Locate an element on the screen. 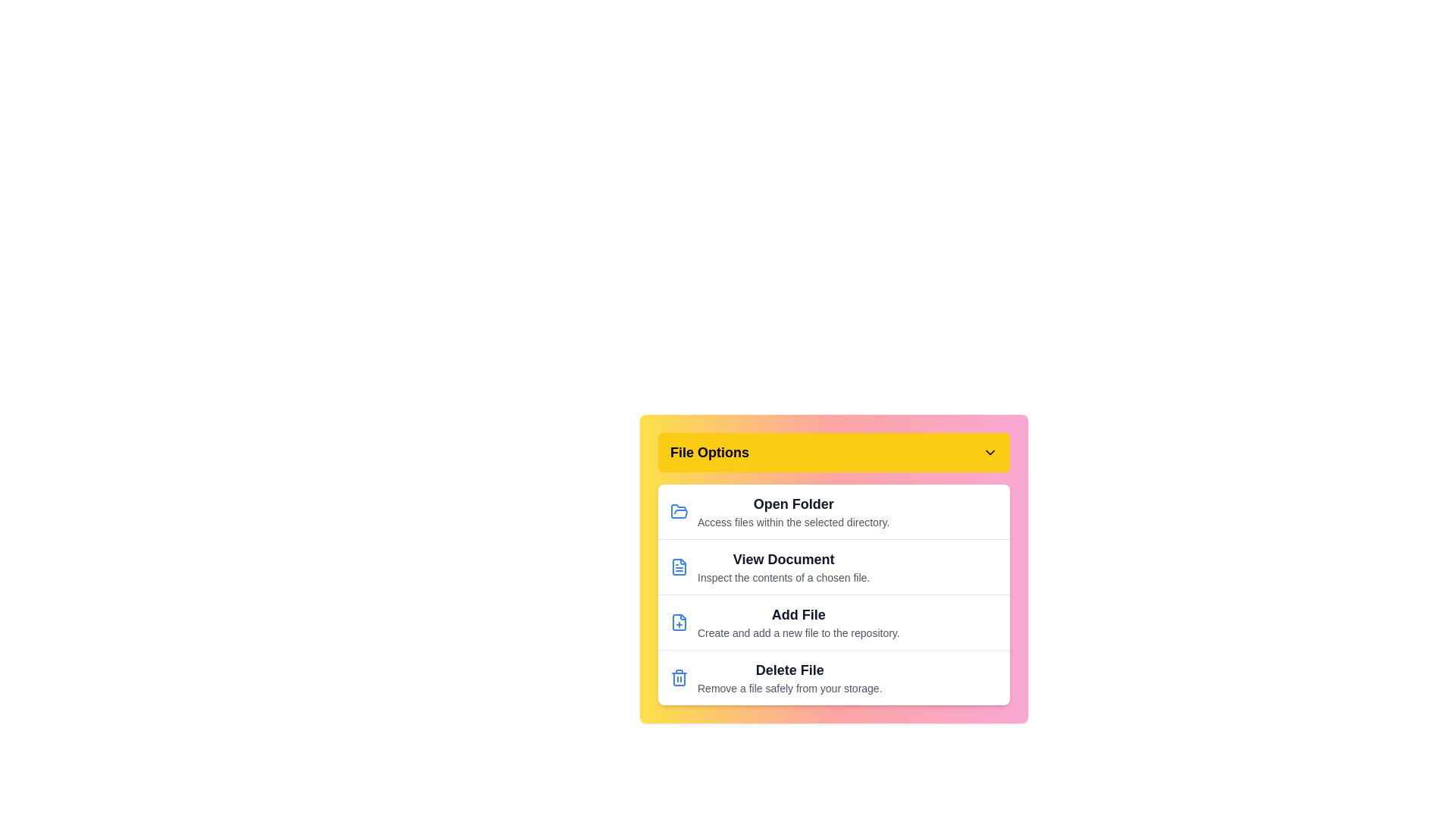 This screenshot has width=1456, height=819. the 'Add File' menu item, which is the third option in the vertical list within the 'File Options' menu is located at coordinates (798, 623).